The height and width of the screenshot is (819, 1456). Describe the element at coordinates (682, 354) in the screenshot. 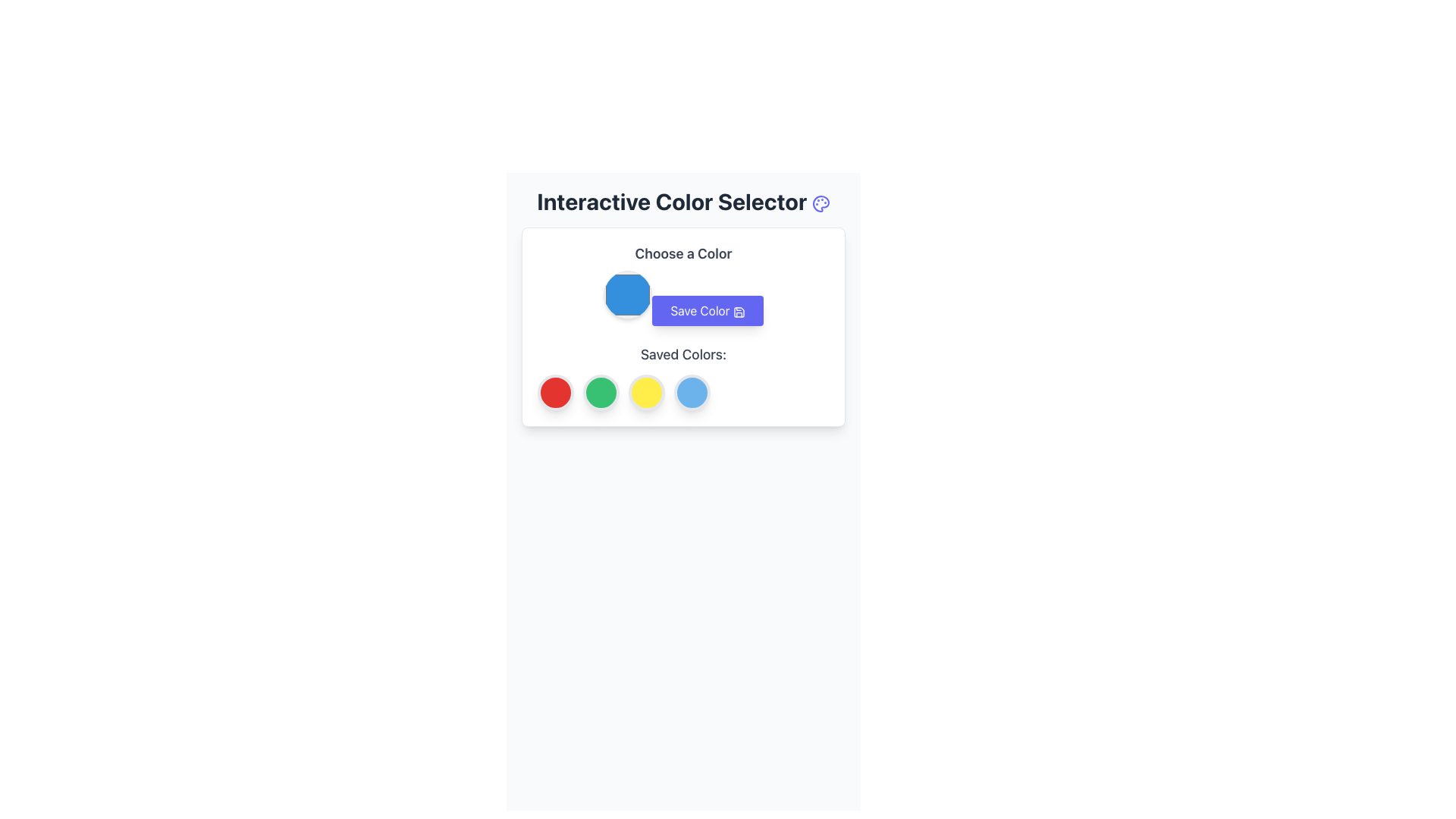

I see `the text label that serves as a heading for the section displaying saved color options, located within a bordered and shadowed rectangular card interface, positioned below the 'Save Color' button and above the circular color elements` at that location.